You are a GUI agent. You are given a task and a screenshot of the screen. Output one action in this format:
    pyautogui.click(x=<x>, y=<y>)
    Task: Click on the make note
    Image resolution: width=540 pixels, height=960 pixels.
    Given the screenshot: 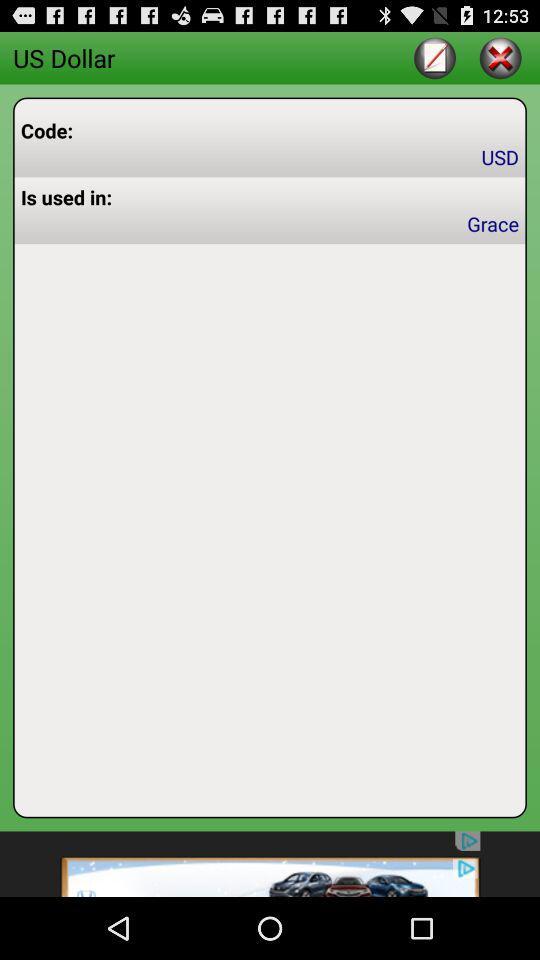 What is the action you would take?
    pyautogui.click(x=434, y=56)
    